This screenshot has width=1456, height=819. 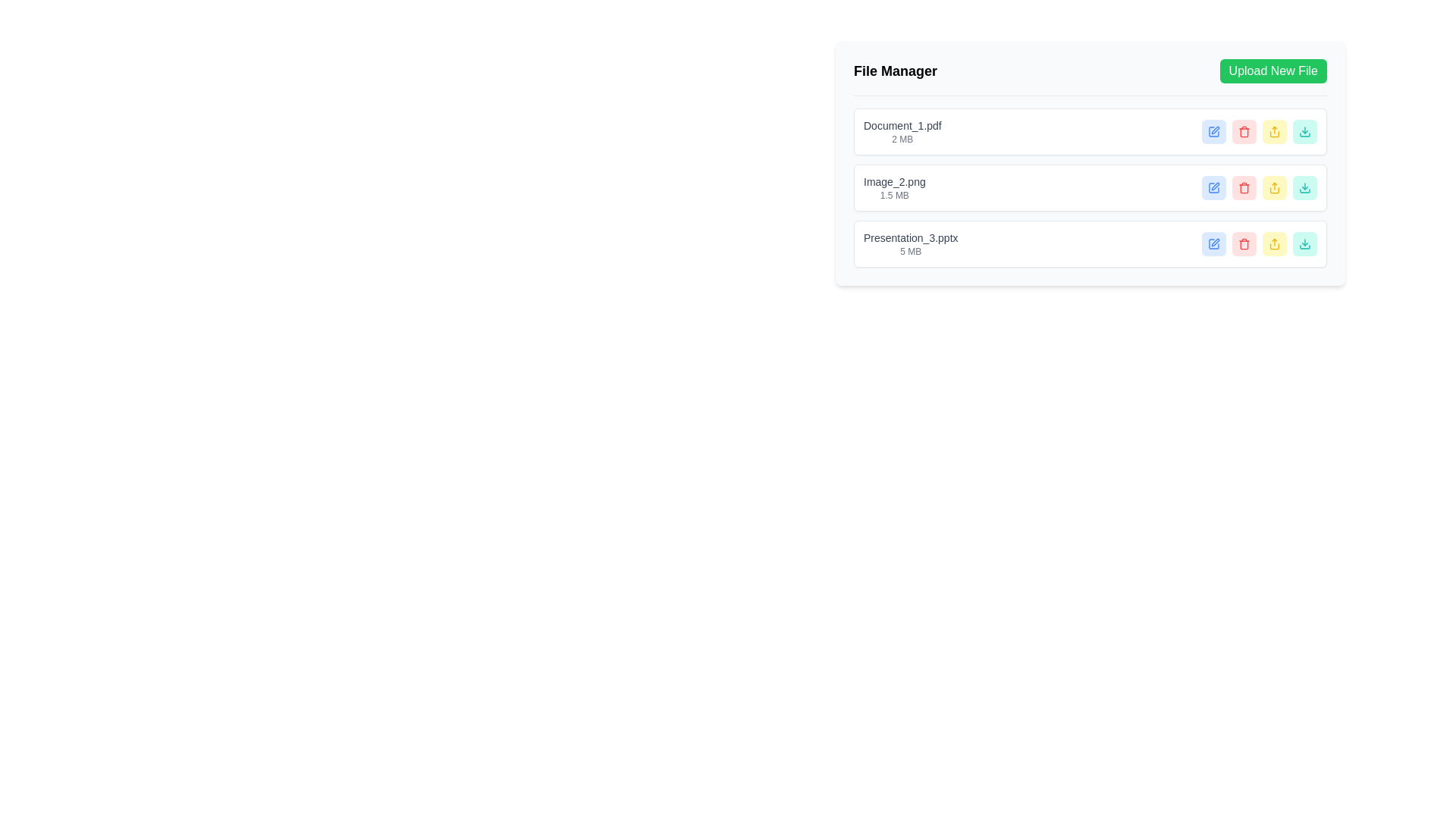 I want to click on the download icon button, which is a small downward arrow icon located at the far right of the file list interface in the last section of the 'Presentation_3.pptx' row, within a teal-colored circular background, so click(x=1304, y=130).